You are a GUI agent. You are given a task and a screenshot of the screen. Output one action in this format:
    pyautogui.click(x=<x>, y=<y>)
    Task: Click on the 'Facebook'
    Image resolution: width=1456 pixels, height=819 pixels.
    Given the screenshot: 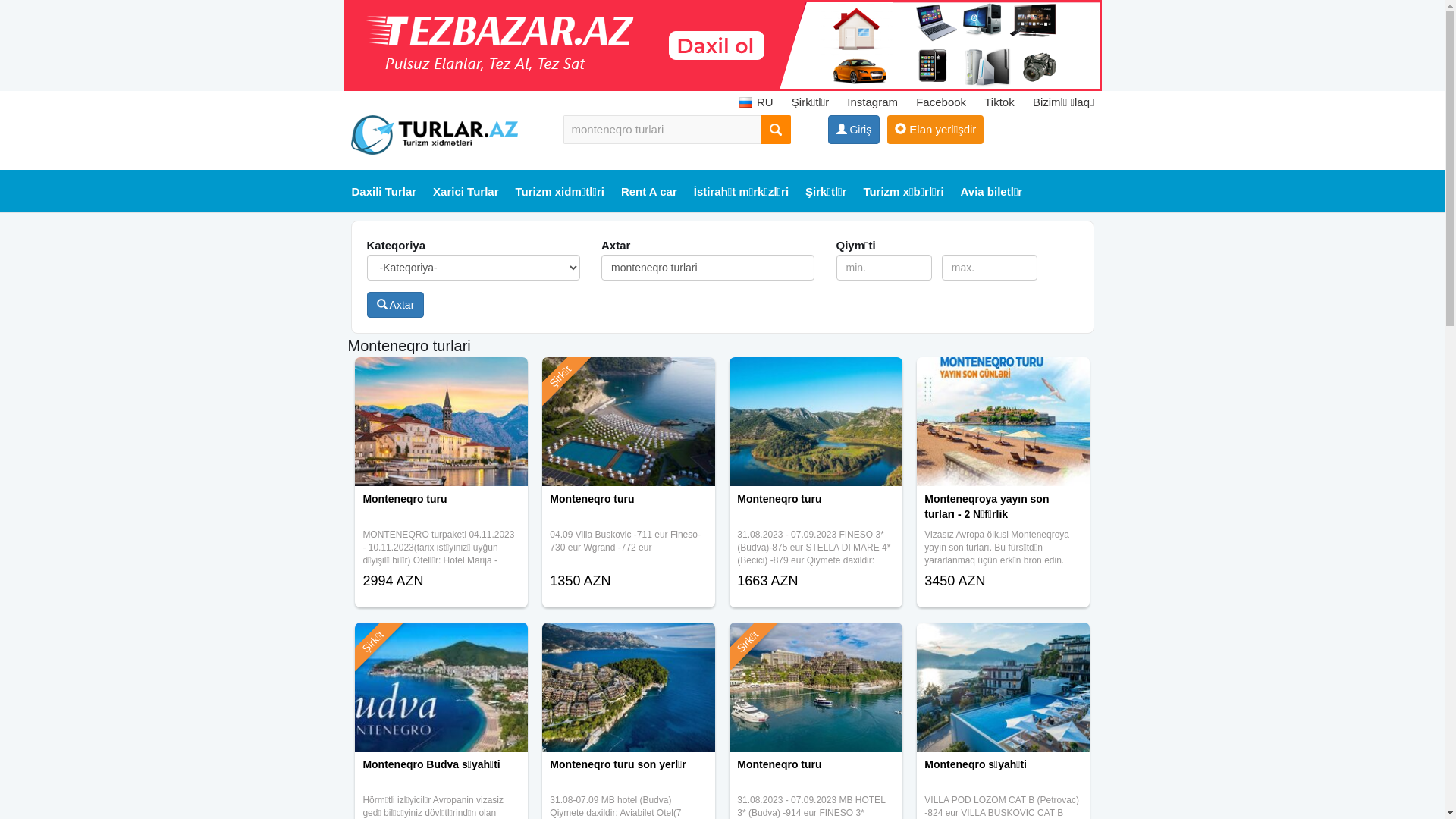 What is the action you would take?
    pyautogui.click(x=940, y=102)
    